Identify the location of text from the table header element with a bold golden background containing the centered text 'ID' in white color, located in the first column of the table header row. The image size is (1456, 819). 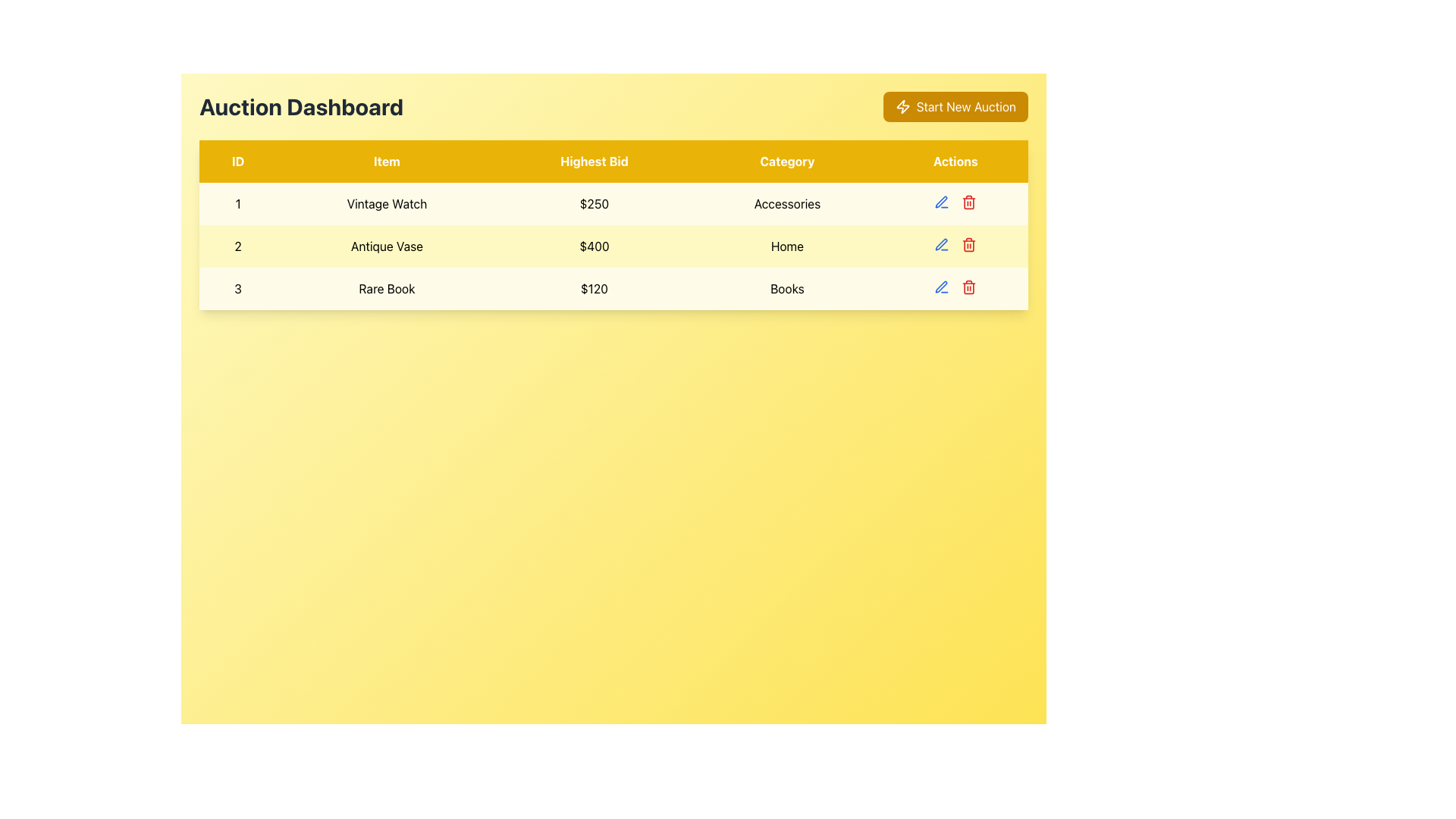
(237, 161).